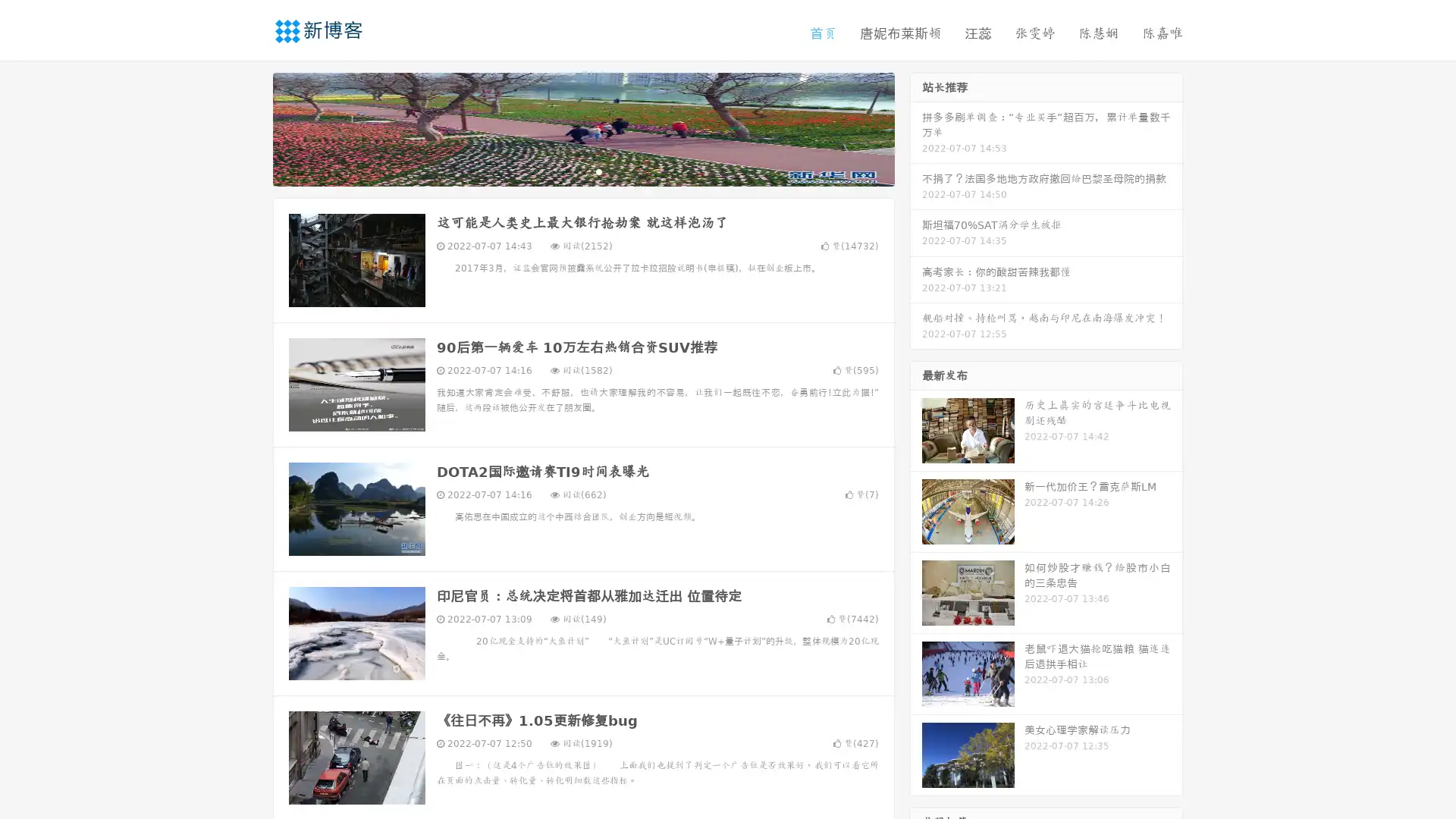 The width and height of the screenshot is (1456, 819). I want to click on Go to slide 1, so click(567, 171).